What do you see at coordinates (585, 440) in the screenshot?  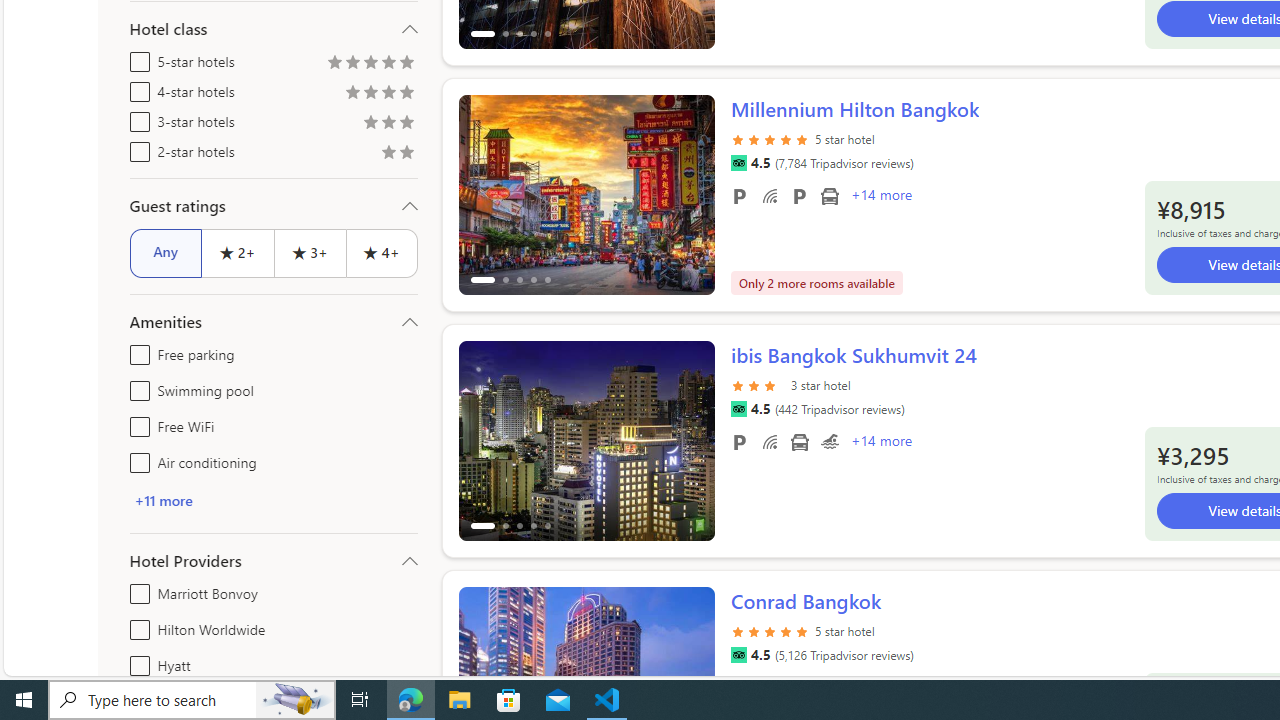 I see `'Slide 1'` at bounding box center [585, 440].